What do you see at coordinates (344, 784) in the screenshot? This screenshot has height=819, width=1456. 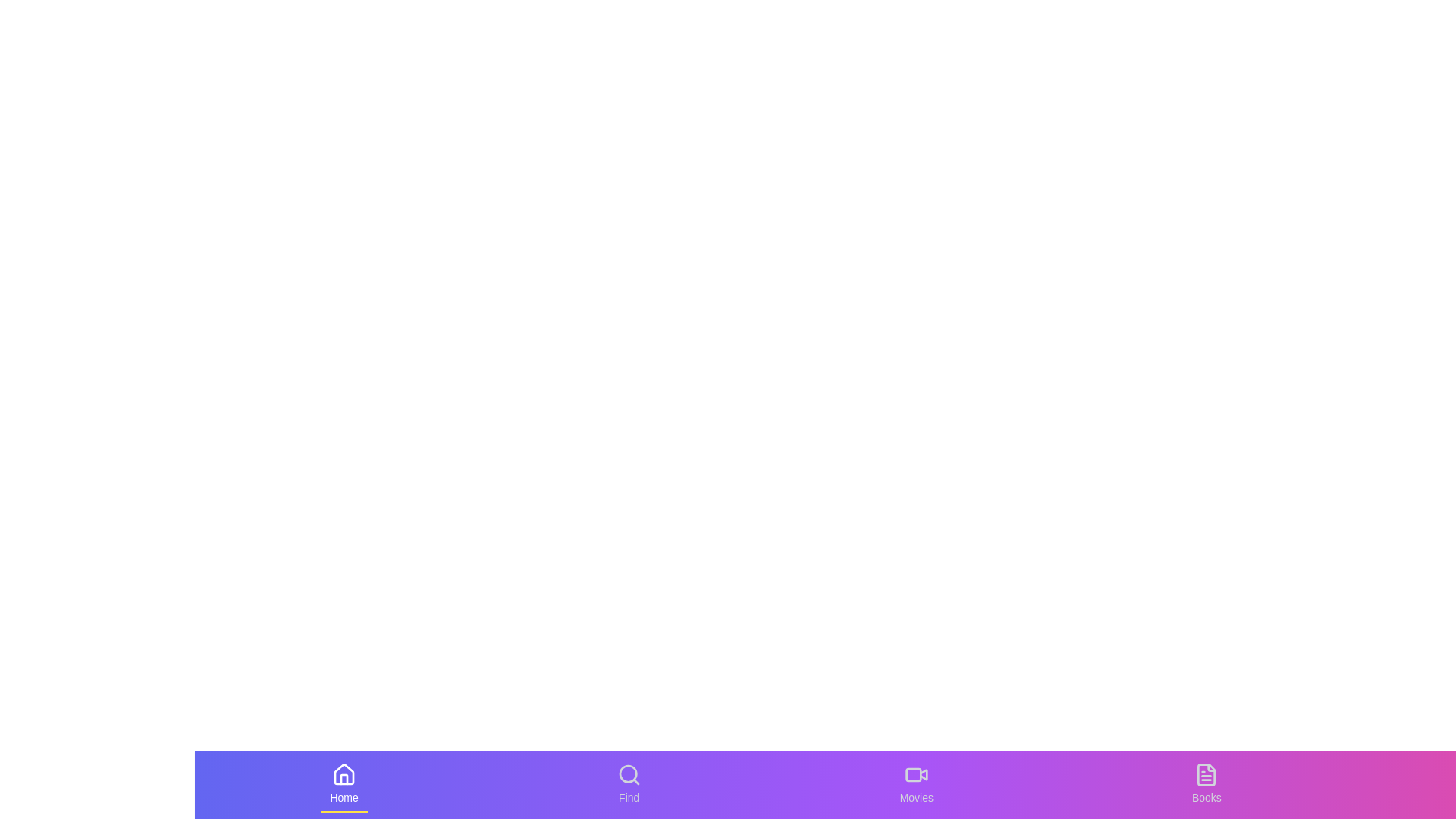 I see `the Home tab to switch to its view` at bounding box center [344, 784].